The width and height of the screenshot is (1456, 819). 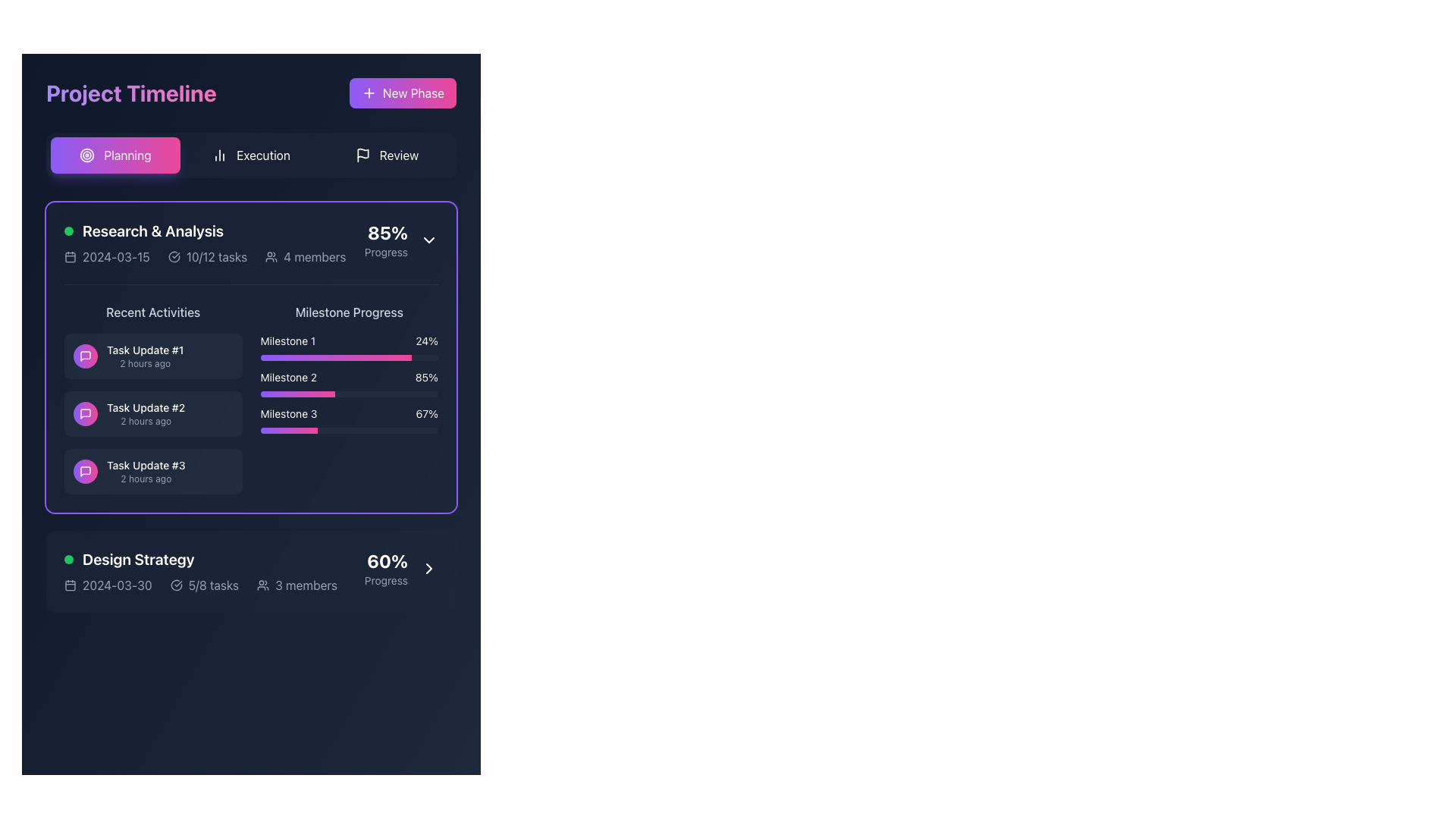 What do you see at coordinates (288, 414) in the screenshot?
I see `the text label displaying 'Milestone 3' in the Milestone Progress section of the 'Research & Analysis' card` at bounding box center [288, 414].